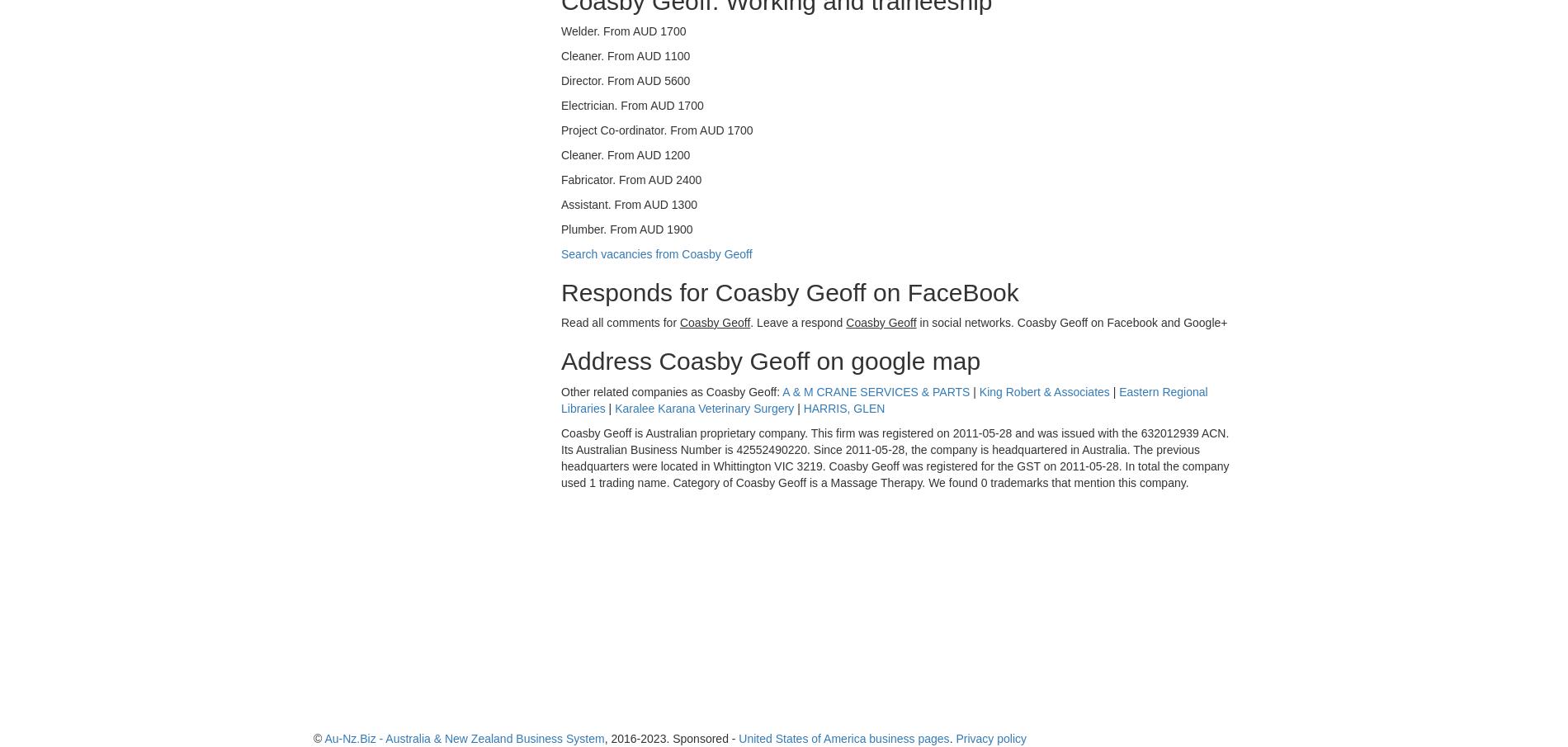  Describe the element at coordinates (1043, 391) in the screenshot. I see `'King Robert & Associates'` at that location.